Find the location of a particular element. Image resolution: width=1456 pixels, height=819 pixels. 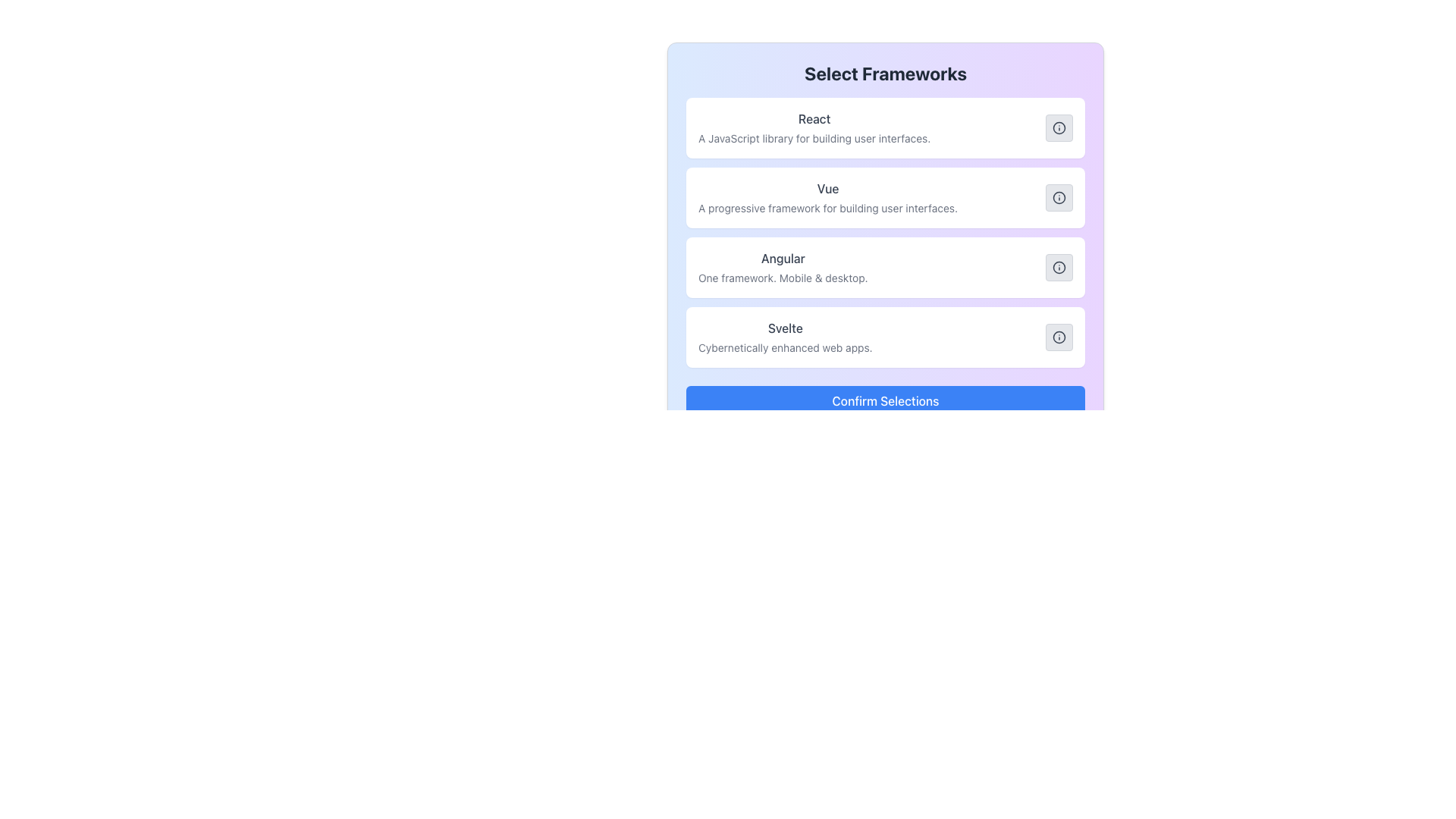

the Icon (Information) next to the 'React' option is located at coordinates (1058, 127).